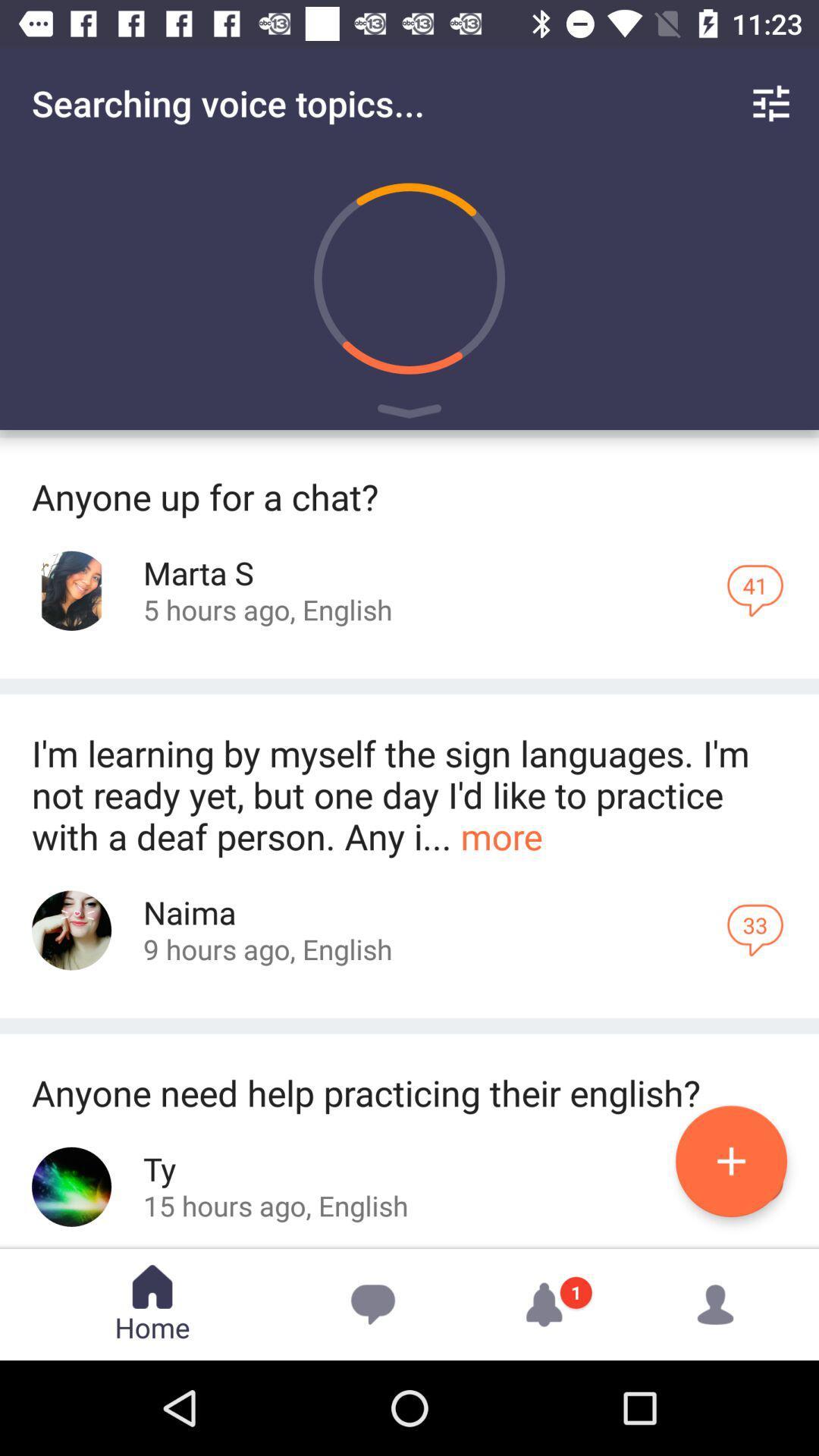 Image resolution: width=819 pixels, height=1456 pixels. Describe the element at coordinates (71, 590) in the screenshot. I see `profile picture` at that location.